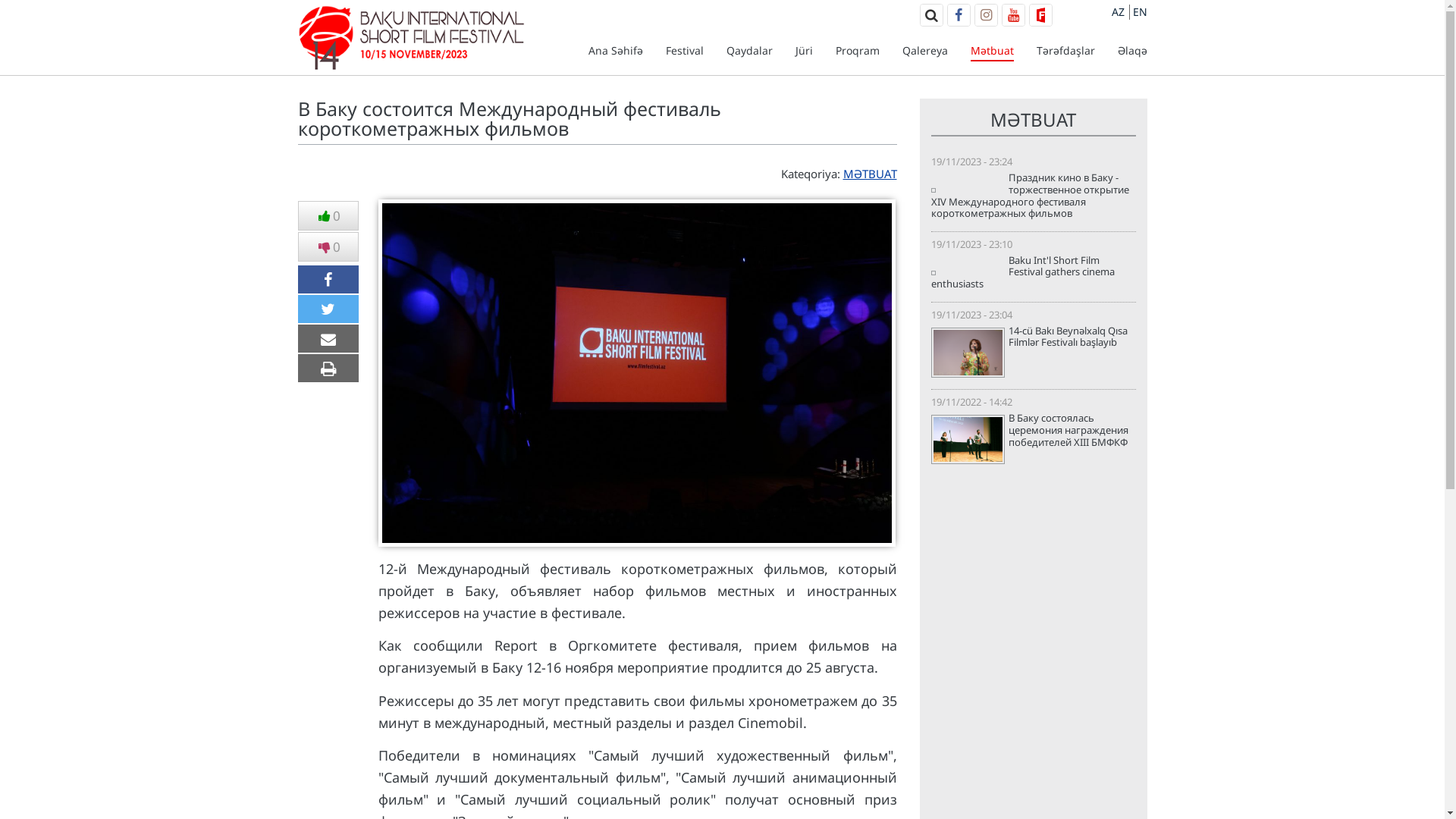 Image resolution: width=1456 pixels, height=819 pixels. Describe the element at coordinates (924, 49) in the screenshot. I see `'Qalereya'` at that location.